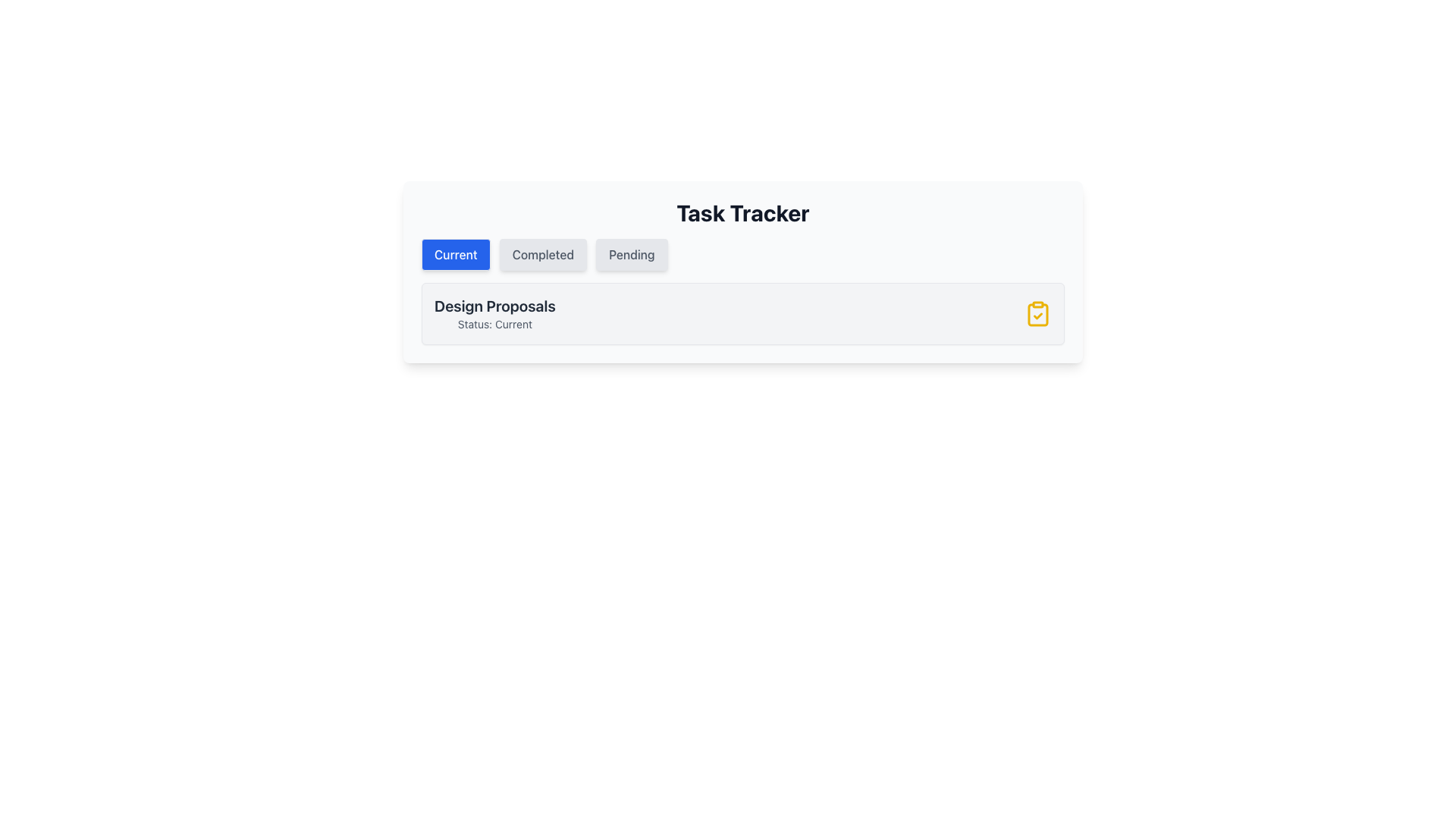 This screenshot has width=1456, height=819. I want to click on the 'Completed' button in the top-left section of the interface, so click(543, 253).